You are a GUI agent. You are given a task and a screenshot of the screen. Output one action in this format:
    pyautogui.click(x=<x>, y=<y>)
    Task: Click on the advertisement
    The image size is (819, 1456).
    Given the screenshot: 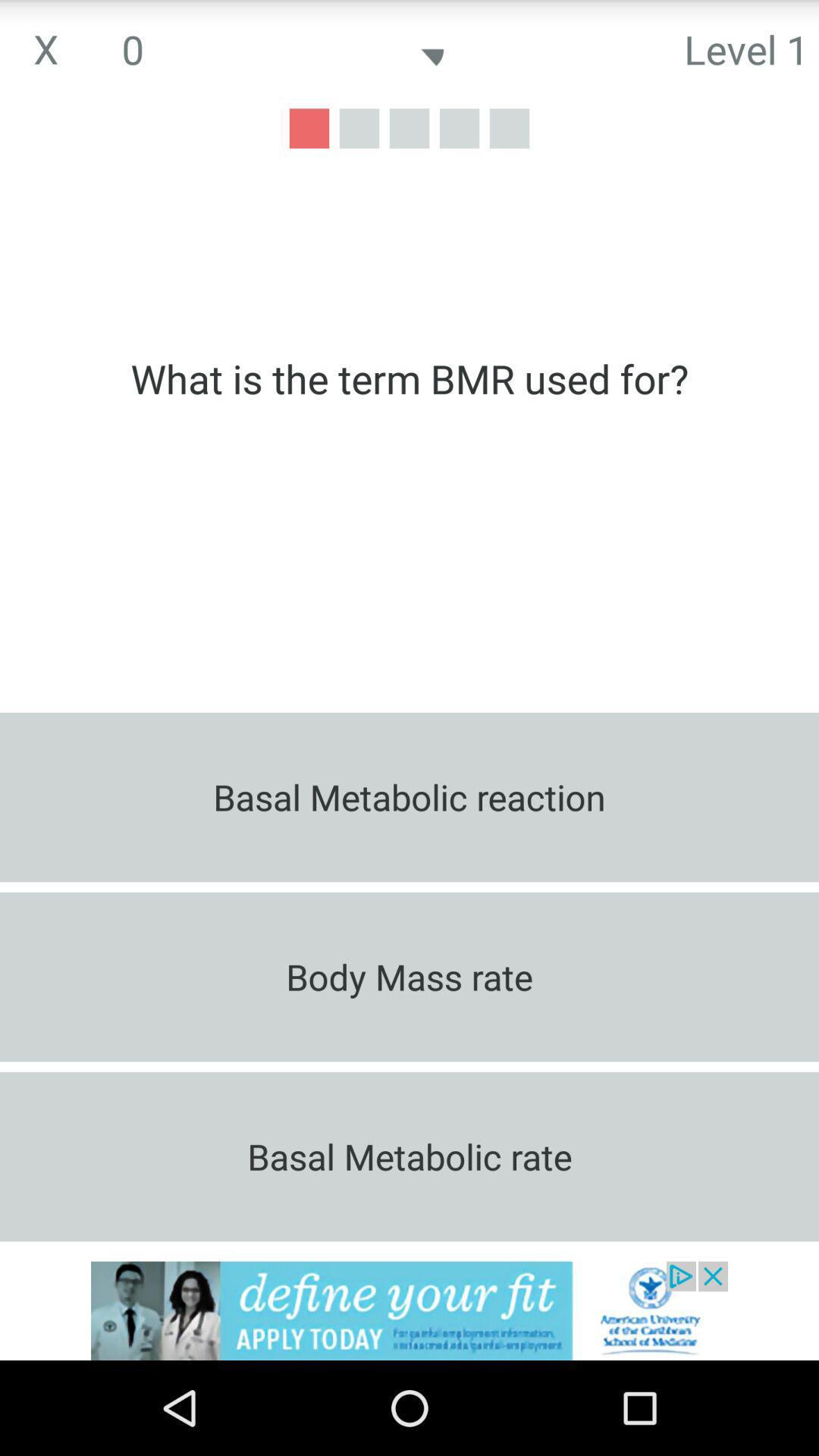 What is the action you would take?
    pyautogui.click(x=409, y=1310)
    